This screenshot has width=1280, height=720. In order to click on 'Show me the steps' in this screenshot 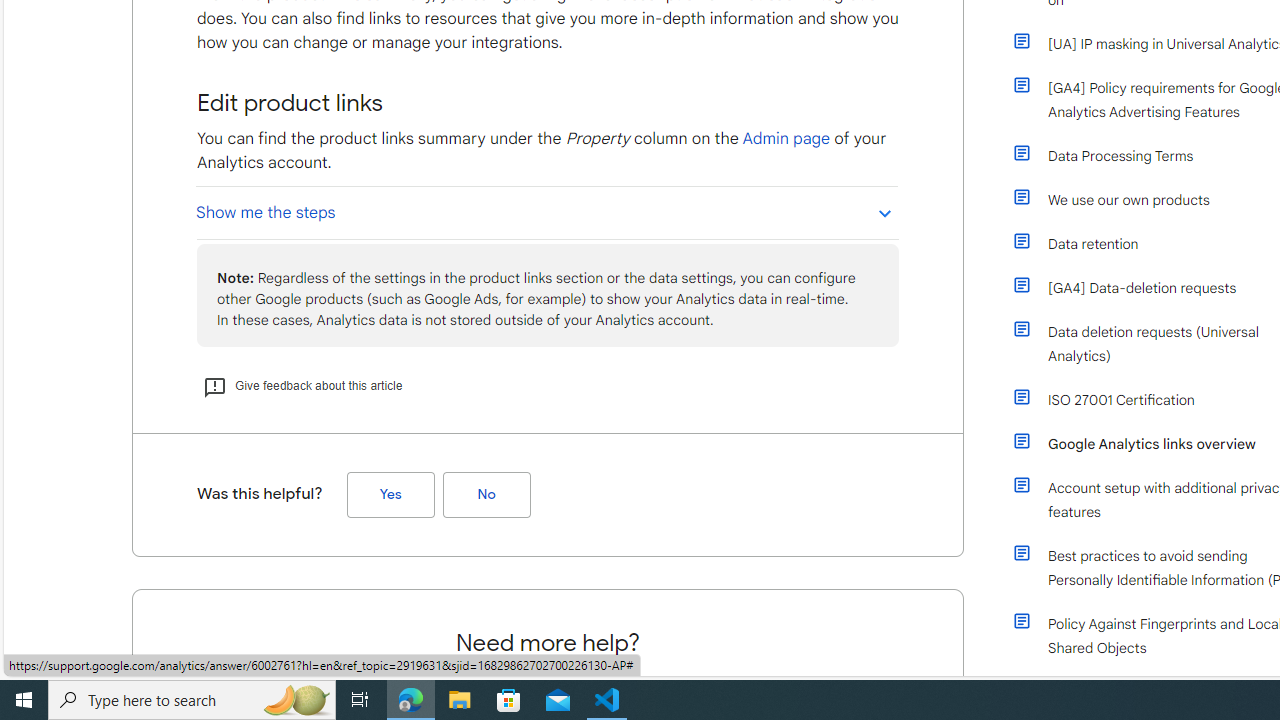, I will do `click(547, 212)`.